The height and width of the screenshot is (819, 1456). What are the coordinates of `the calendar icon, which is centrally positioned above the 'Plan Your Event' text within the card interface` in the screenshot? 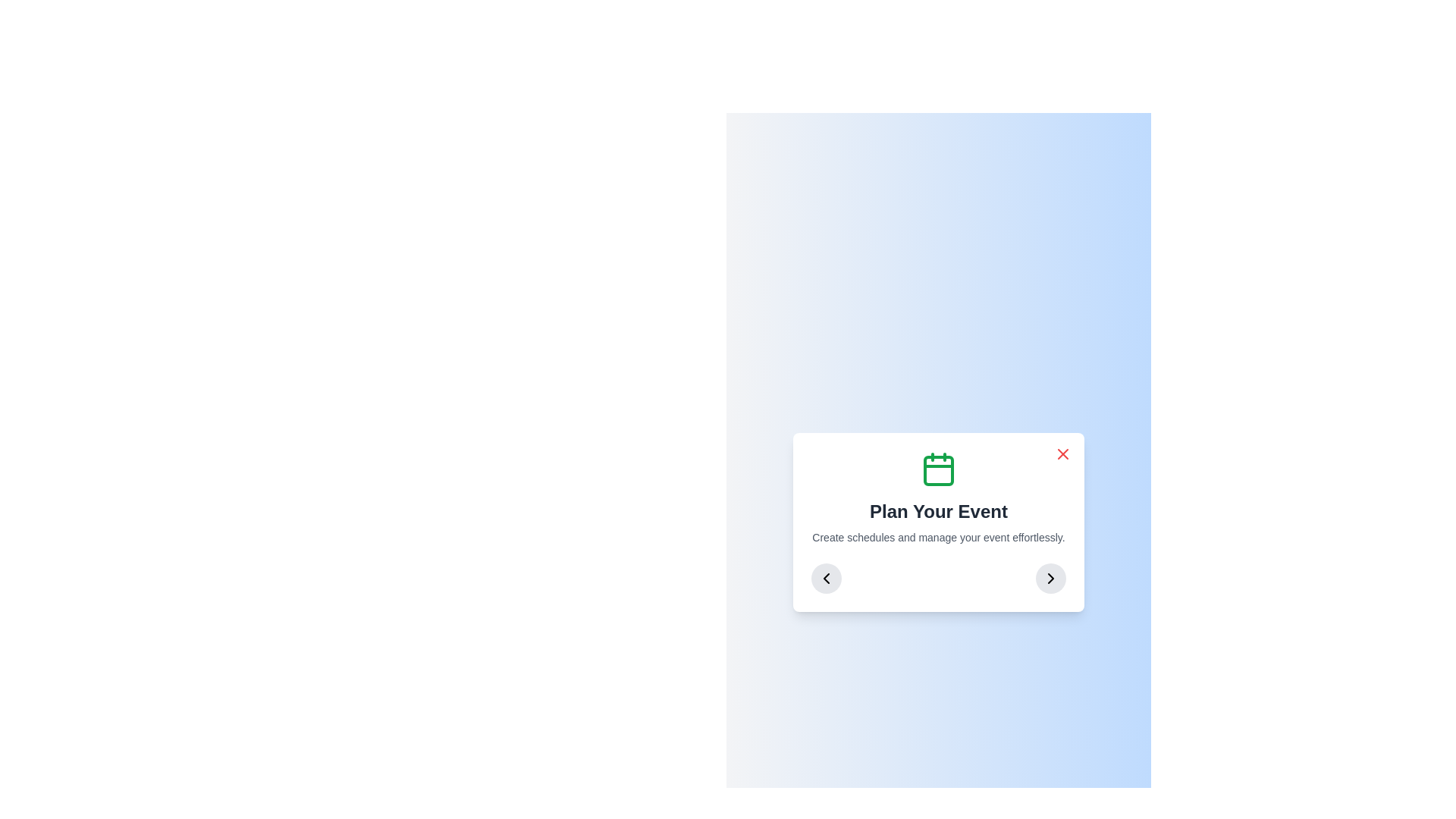 It's located at (938, 468).